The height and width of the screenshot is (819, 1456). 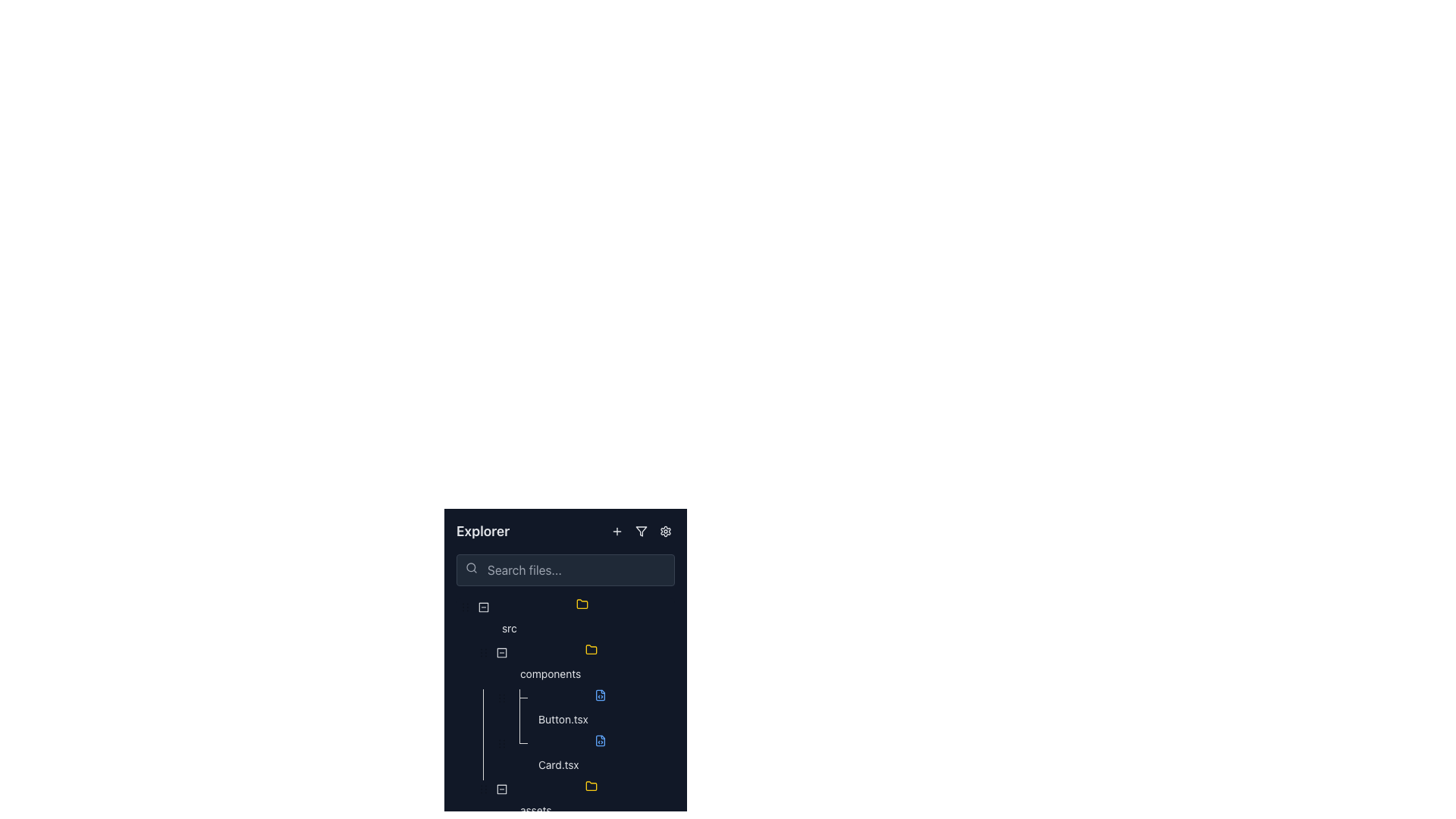 I want to click on the filter icon button located in the top-right corner of the 'Explorer' header section, so click(x=641, y=531).